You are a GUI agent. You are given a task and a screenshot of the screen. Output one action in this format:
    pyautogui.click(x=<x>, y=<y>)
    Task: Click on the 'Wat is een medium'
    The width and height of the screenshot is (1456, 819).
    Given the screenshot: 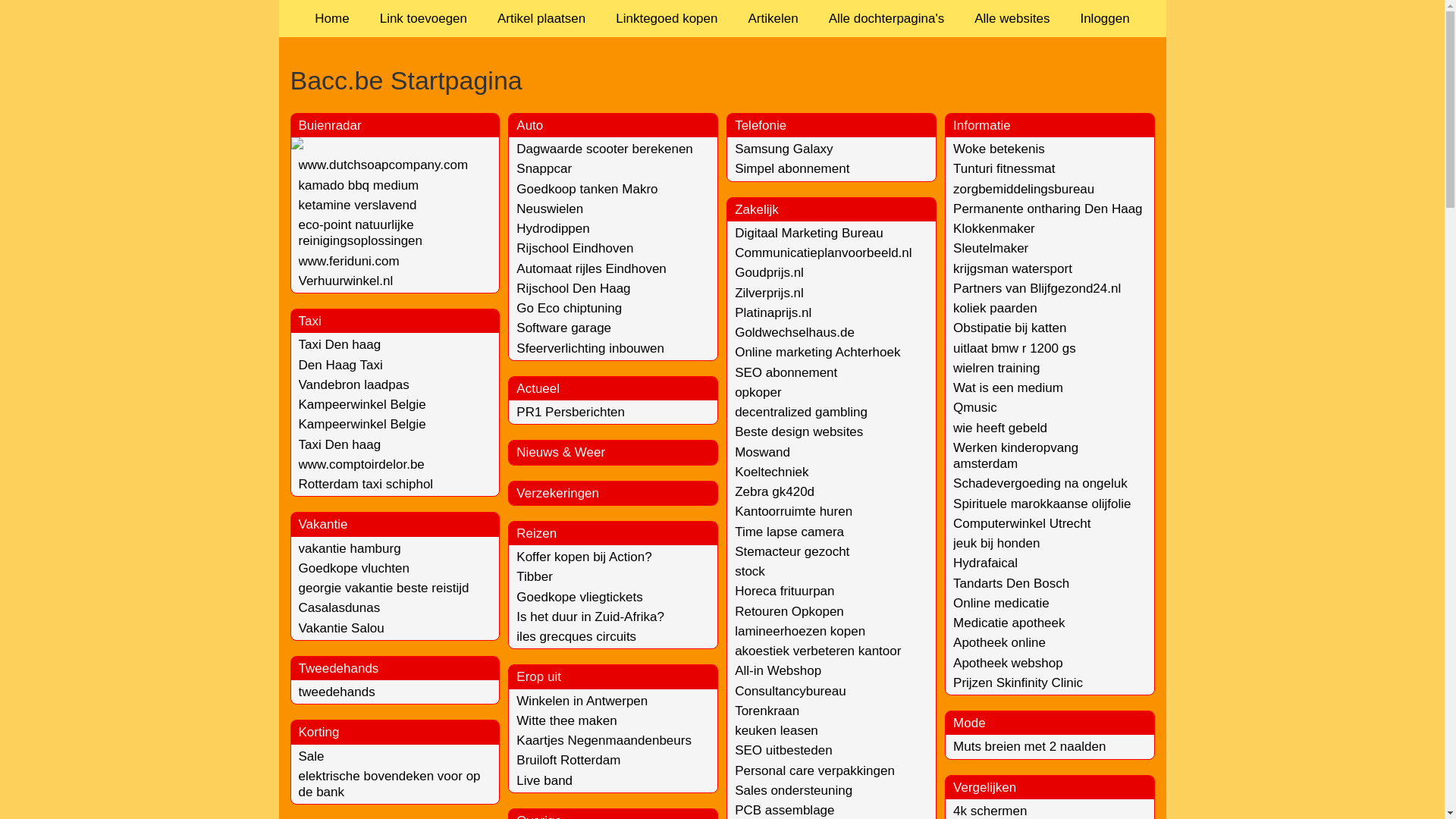 What is the action you would take?
    pyautogui.click(x=1008, y=387)
    